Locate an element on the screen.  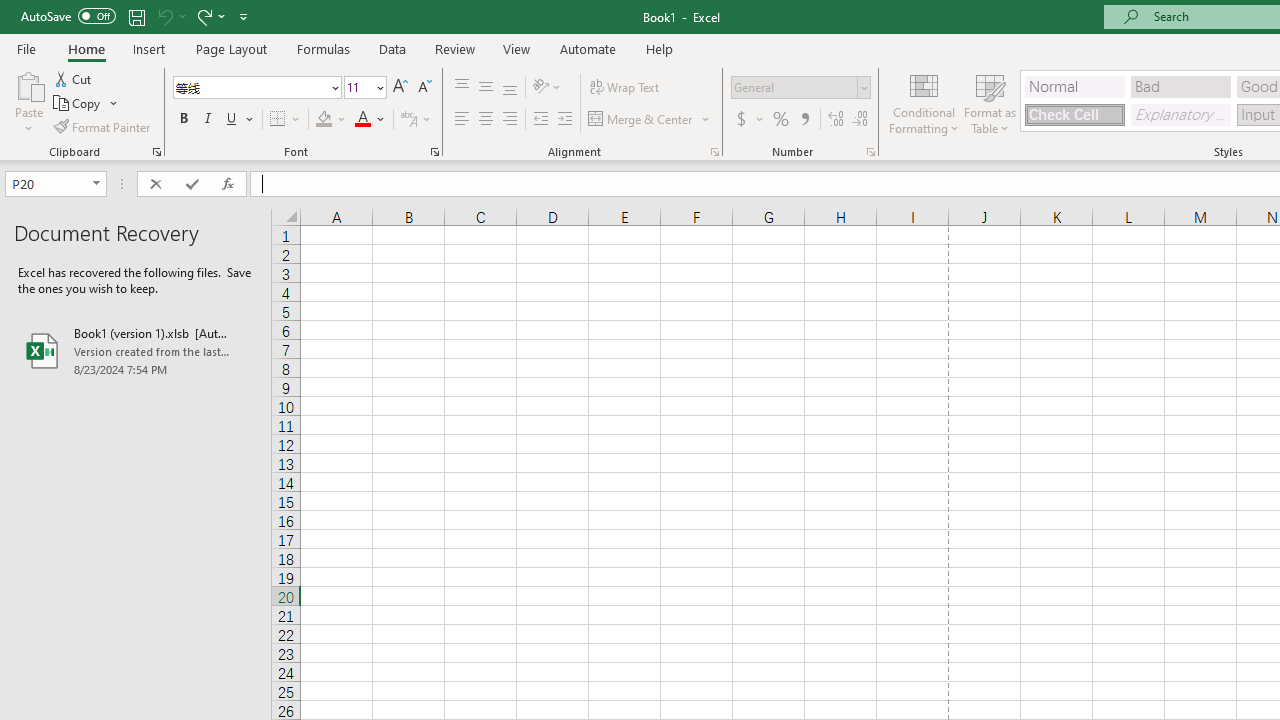
'Format Cell Font' is located at coordinates (434, 150).